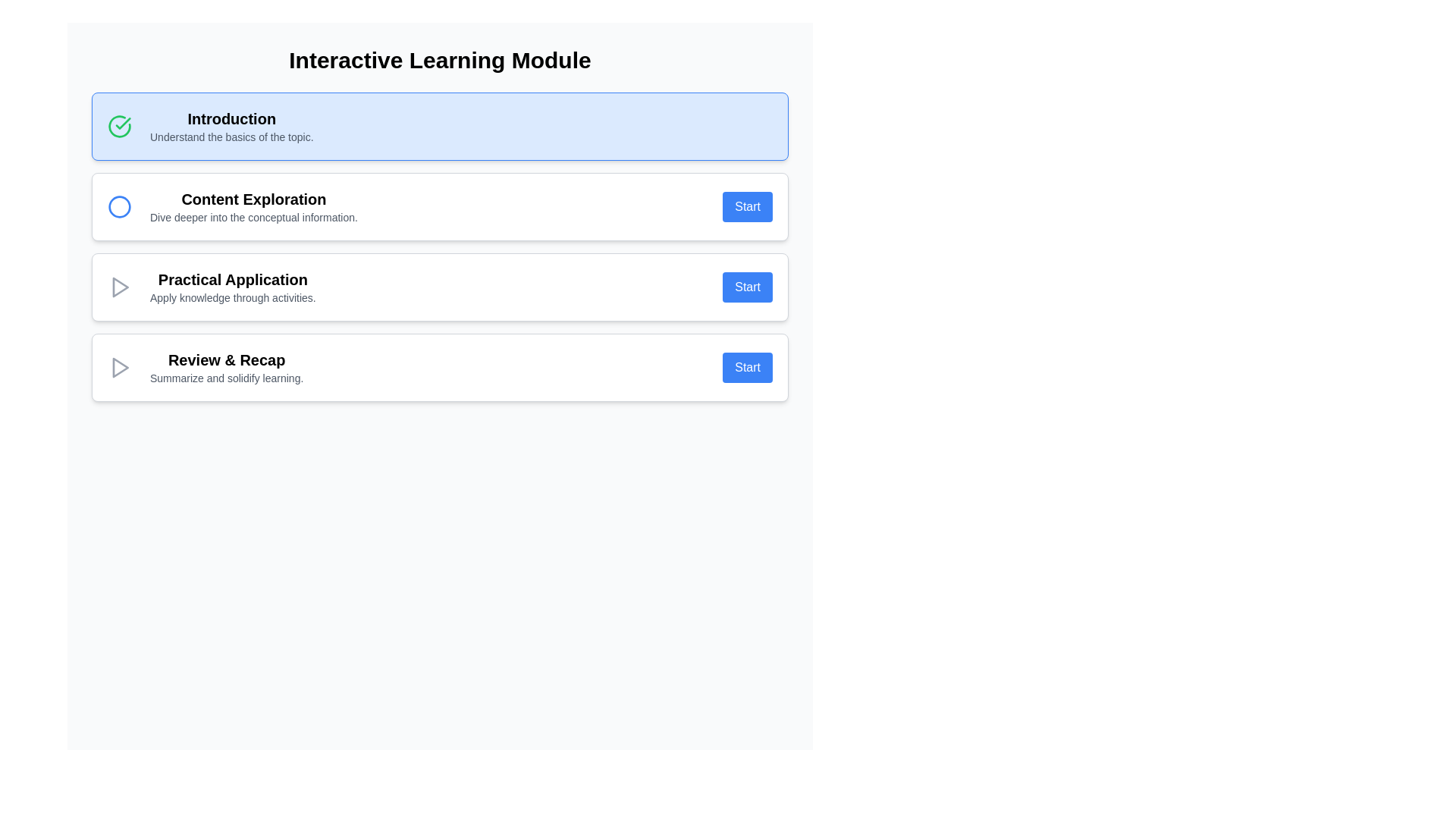 The image size is (1456, 819). What do you see at coordinates (748, 368) in the screenshot?
I see `the rounded blue button labeled 'Start' located at the bottom-right of the 'Review & Recap' card within the 'Interactive Learning Module' section to visualize the hover effect` at bounding box center [748, 368].